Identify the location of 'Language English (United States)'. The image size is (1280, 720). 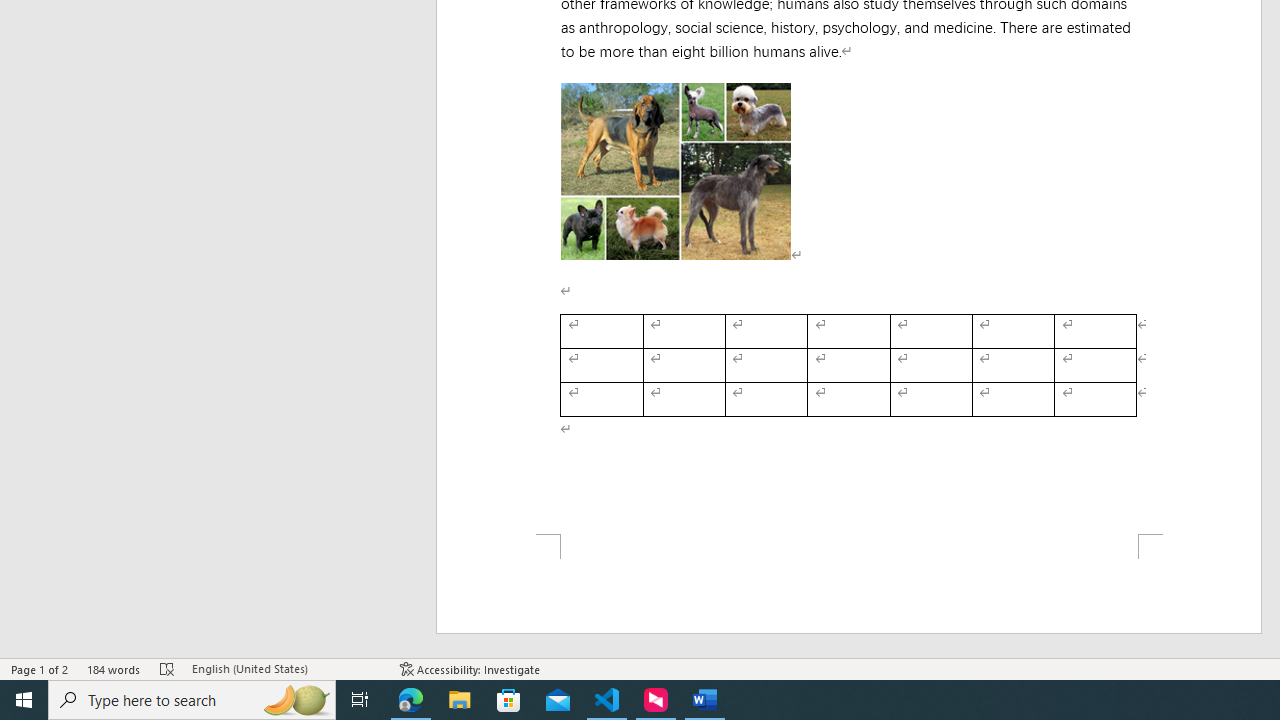
(285, 669).